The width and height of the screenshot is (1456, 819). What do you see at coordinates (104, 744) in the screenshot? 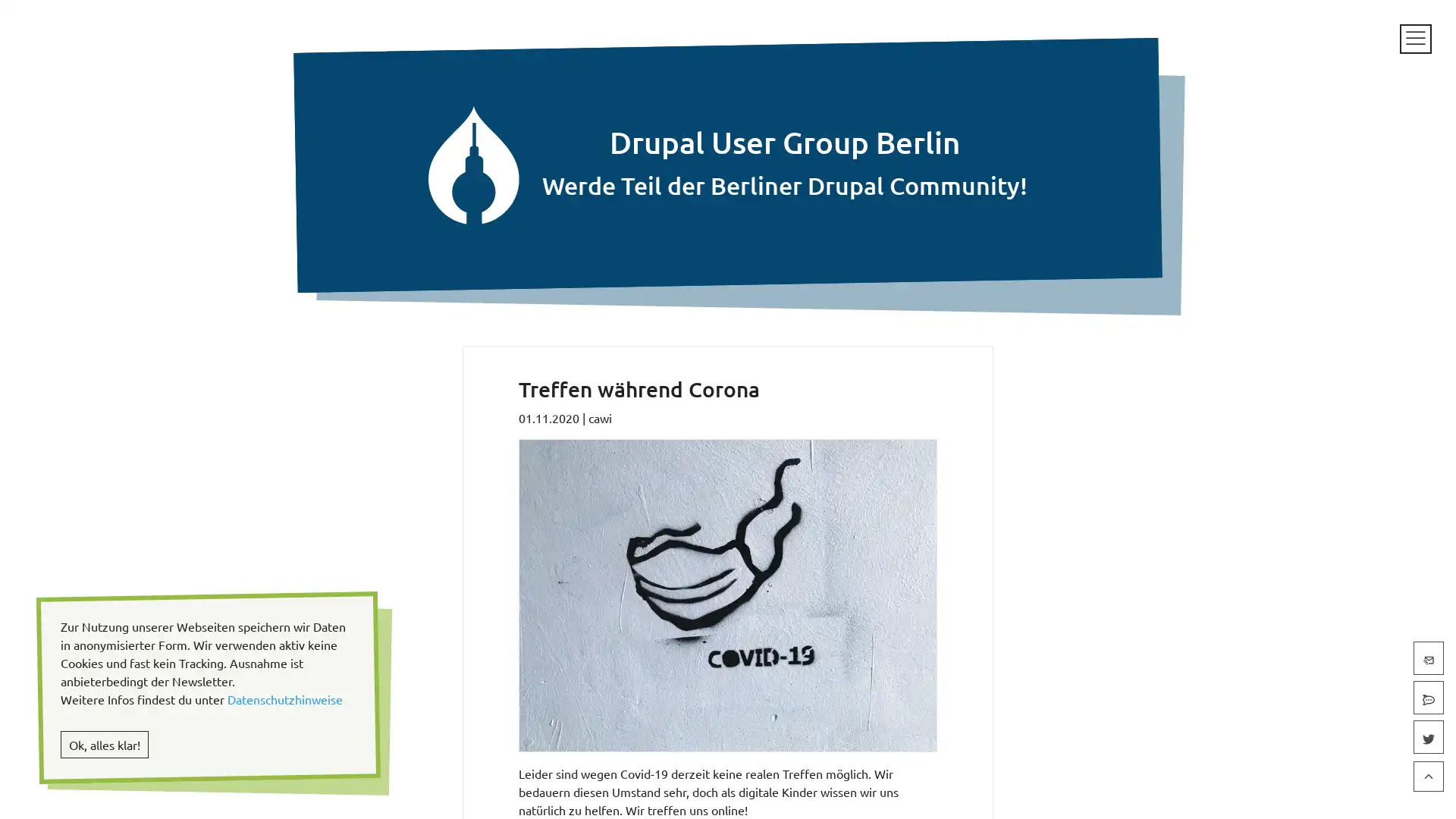
I see `Ok, alles klar!` at bounding box center [104, 744].